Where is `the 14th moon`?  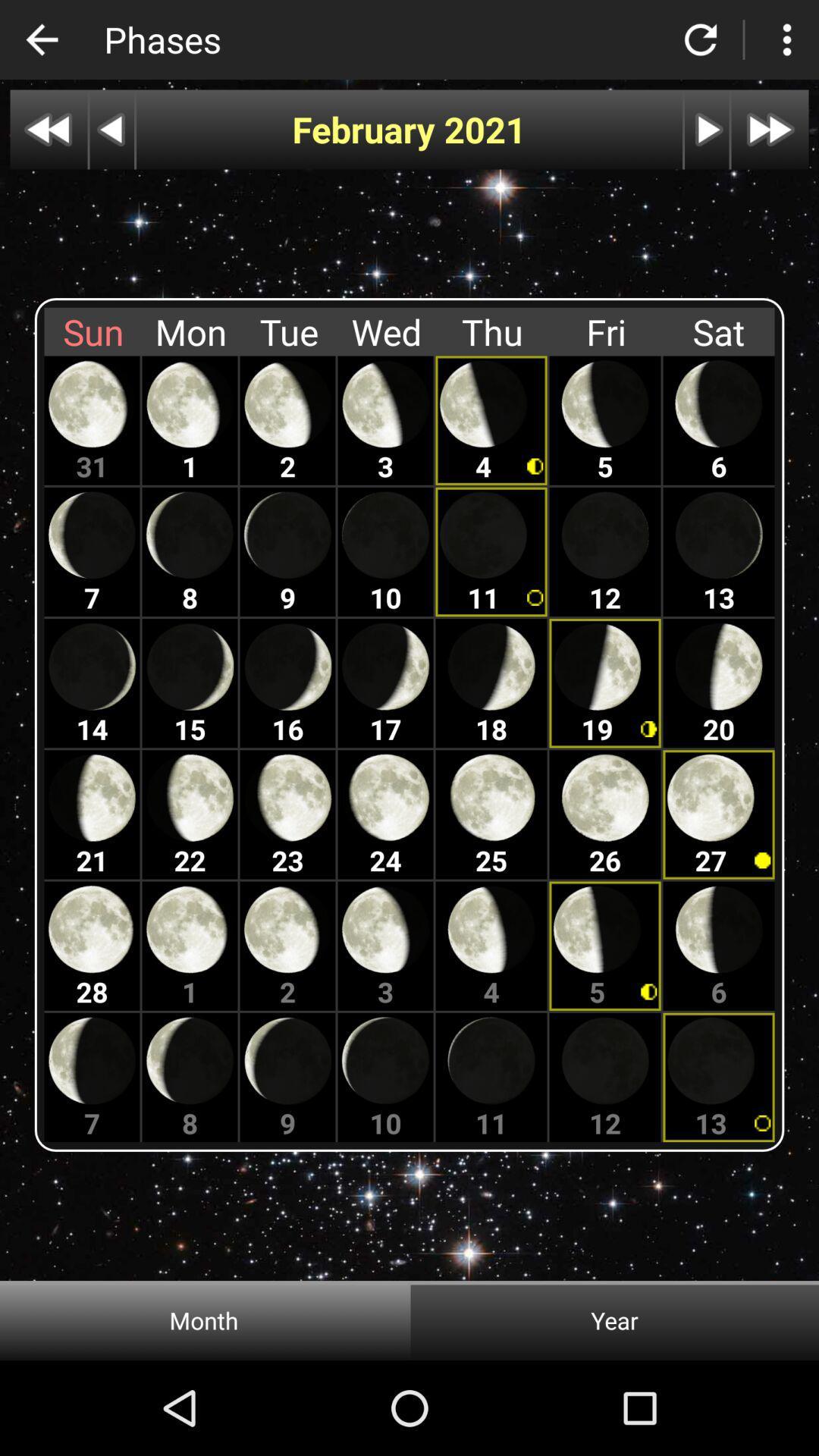
the 14th moon is located at coordinates (93, 682).